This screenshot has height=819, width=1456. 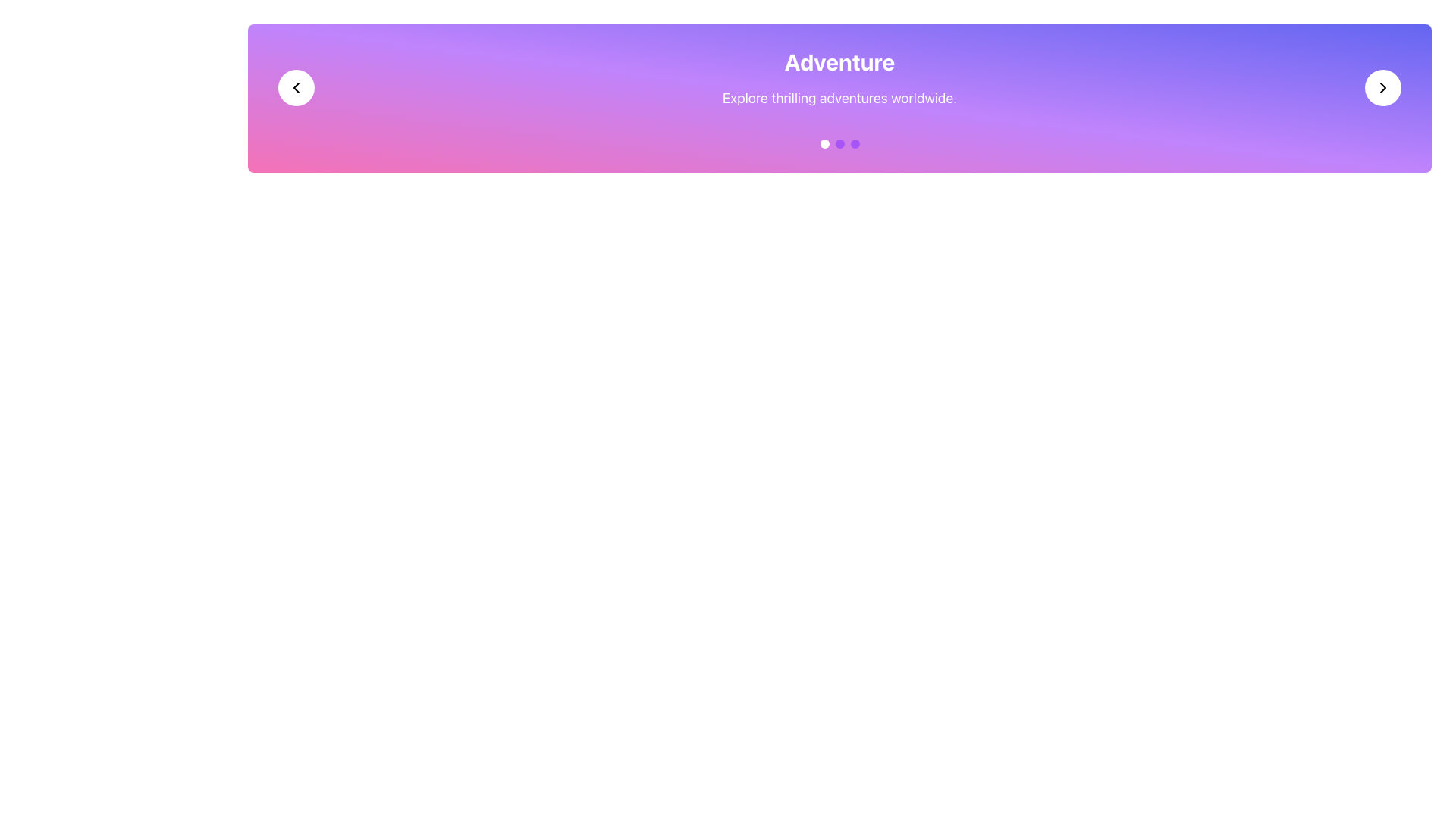 I want to click on the second circular purple Indicator Button located below the 'Adventure' header, so click(x=839, y=143).